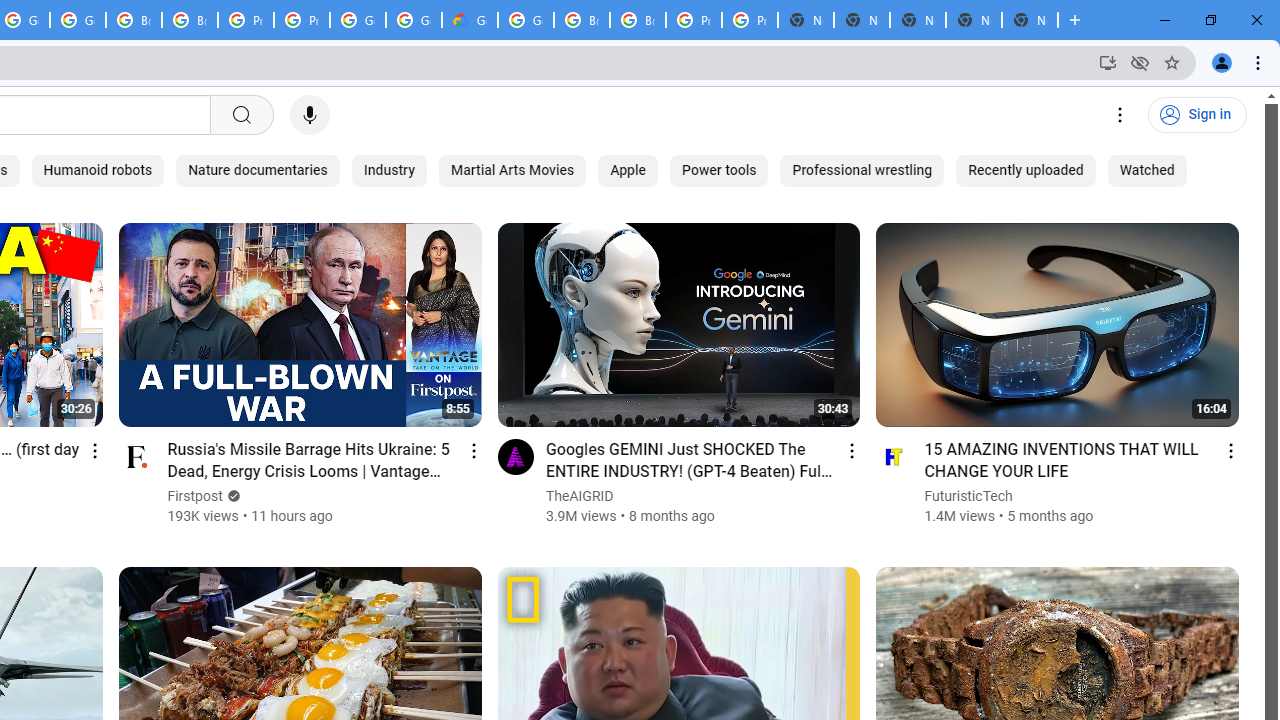  Describe the element at coordinates (1030, 20) in the screenshot. I see `'New Tab'` at that location.